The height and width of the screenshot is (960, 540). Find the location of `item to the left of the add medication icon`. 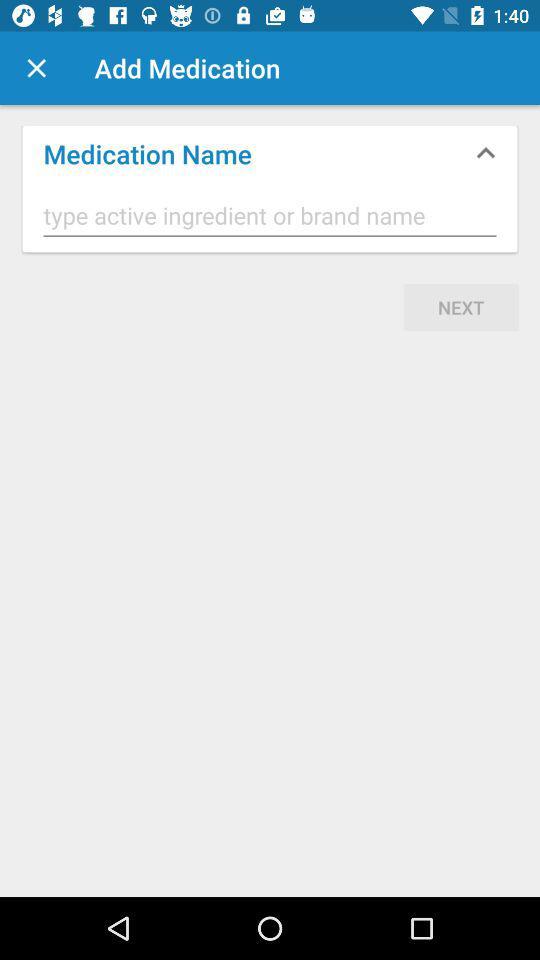

item to the left of the add medication icon is located at coordinates (36, 68).